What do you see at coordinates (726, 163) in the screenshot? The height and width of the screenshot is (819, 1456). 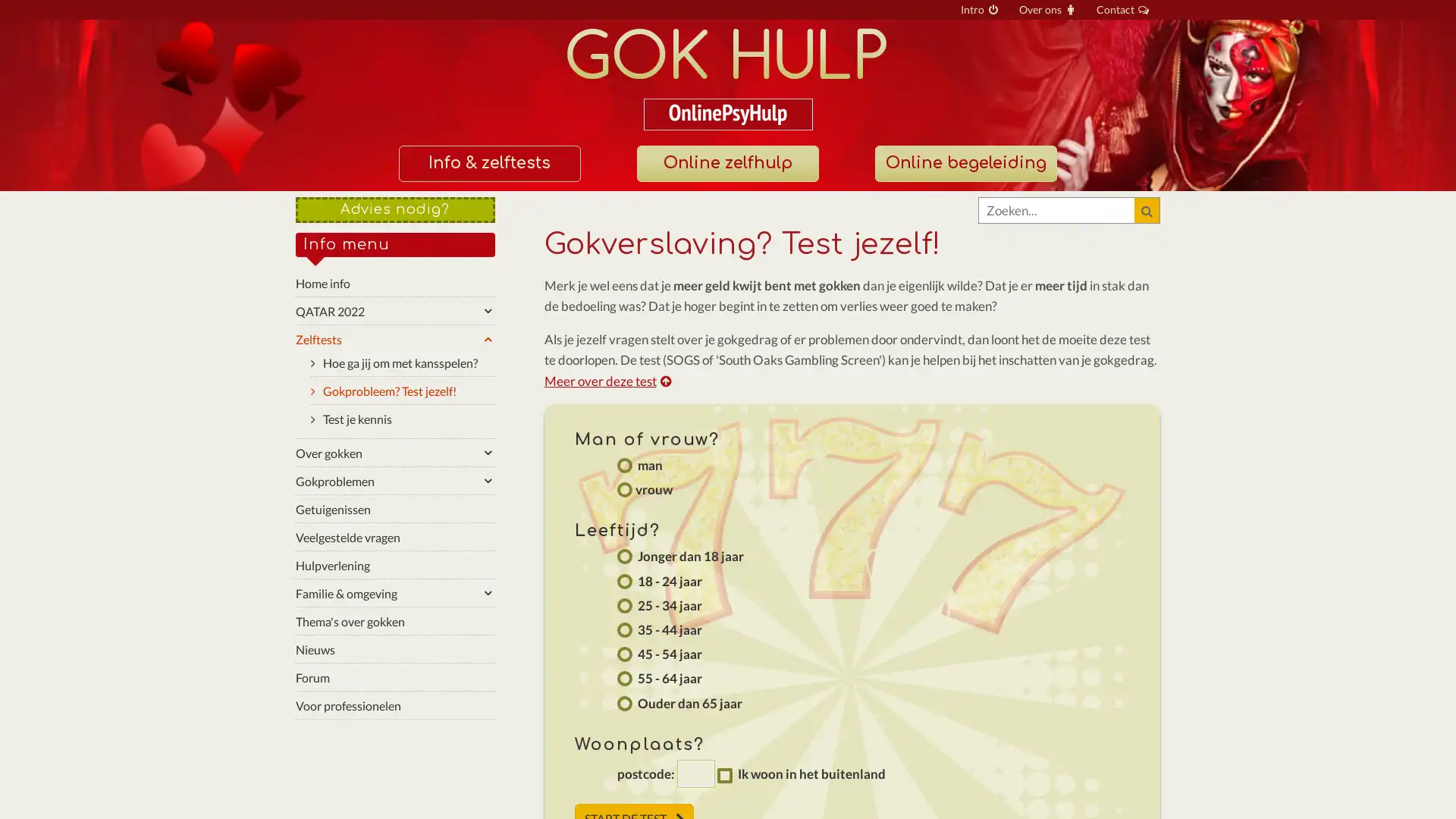 I see `Online zelfhulp` at bounding box center [726, 163].